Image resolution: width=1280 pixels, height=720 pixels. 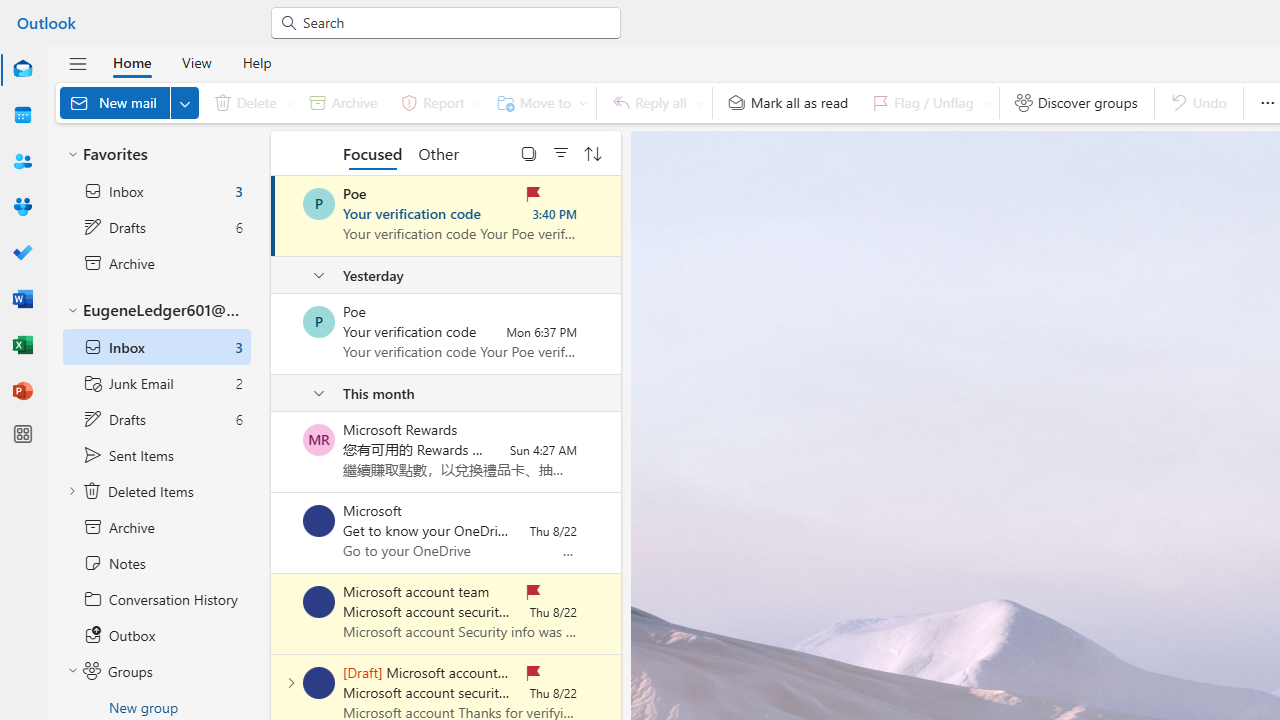 I want to click on 'EugeneLedger601@outlook.com', so click(x=155, y=311).